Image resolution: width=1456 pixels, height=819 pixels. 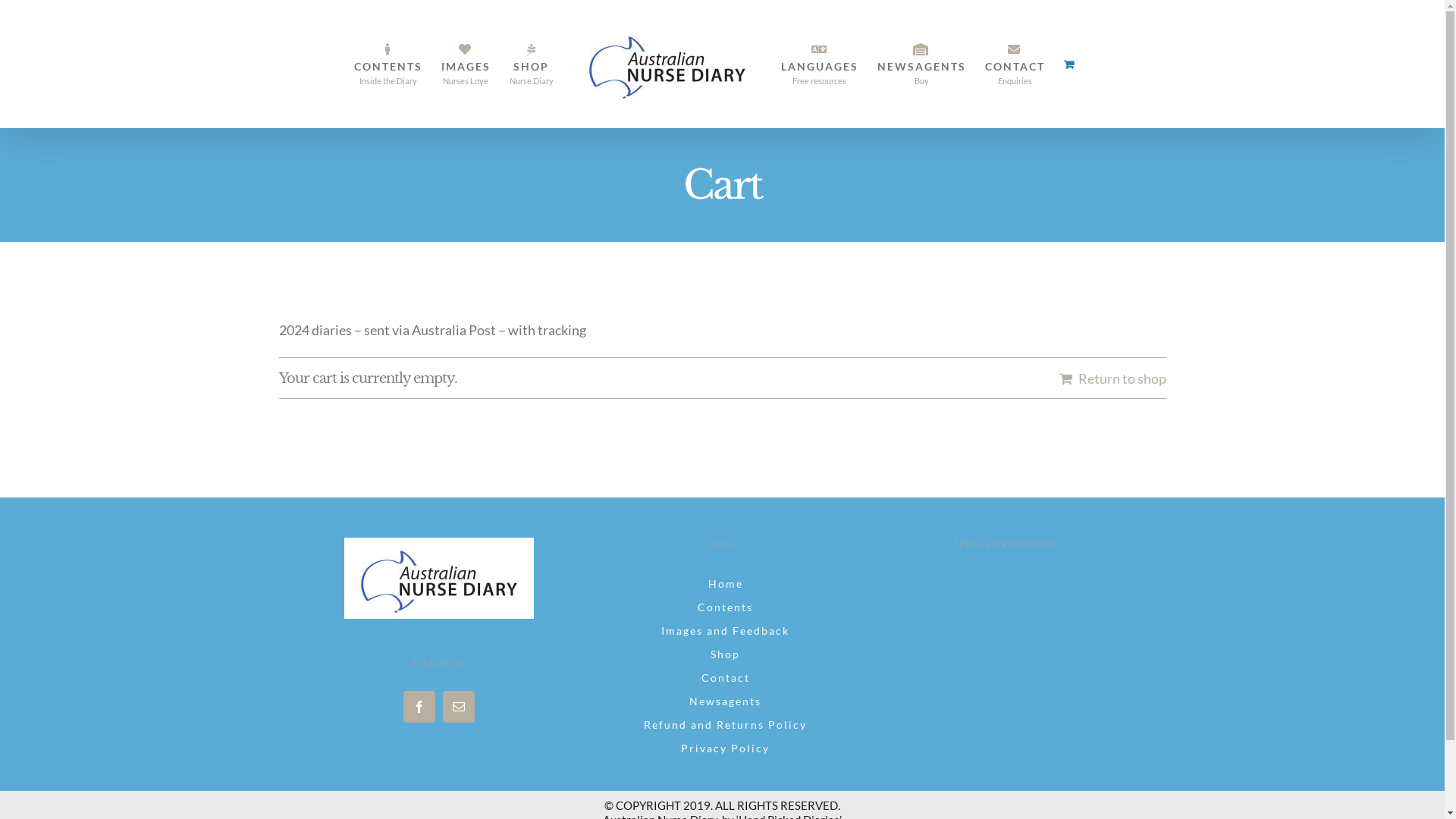 What do you see at coordinates (465, 63) in the screenshot?
I see `'IMAGES` at bounding box center [465, 63].